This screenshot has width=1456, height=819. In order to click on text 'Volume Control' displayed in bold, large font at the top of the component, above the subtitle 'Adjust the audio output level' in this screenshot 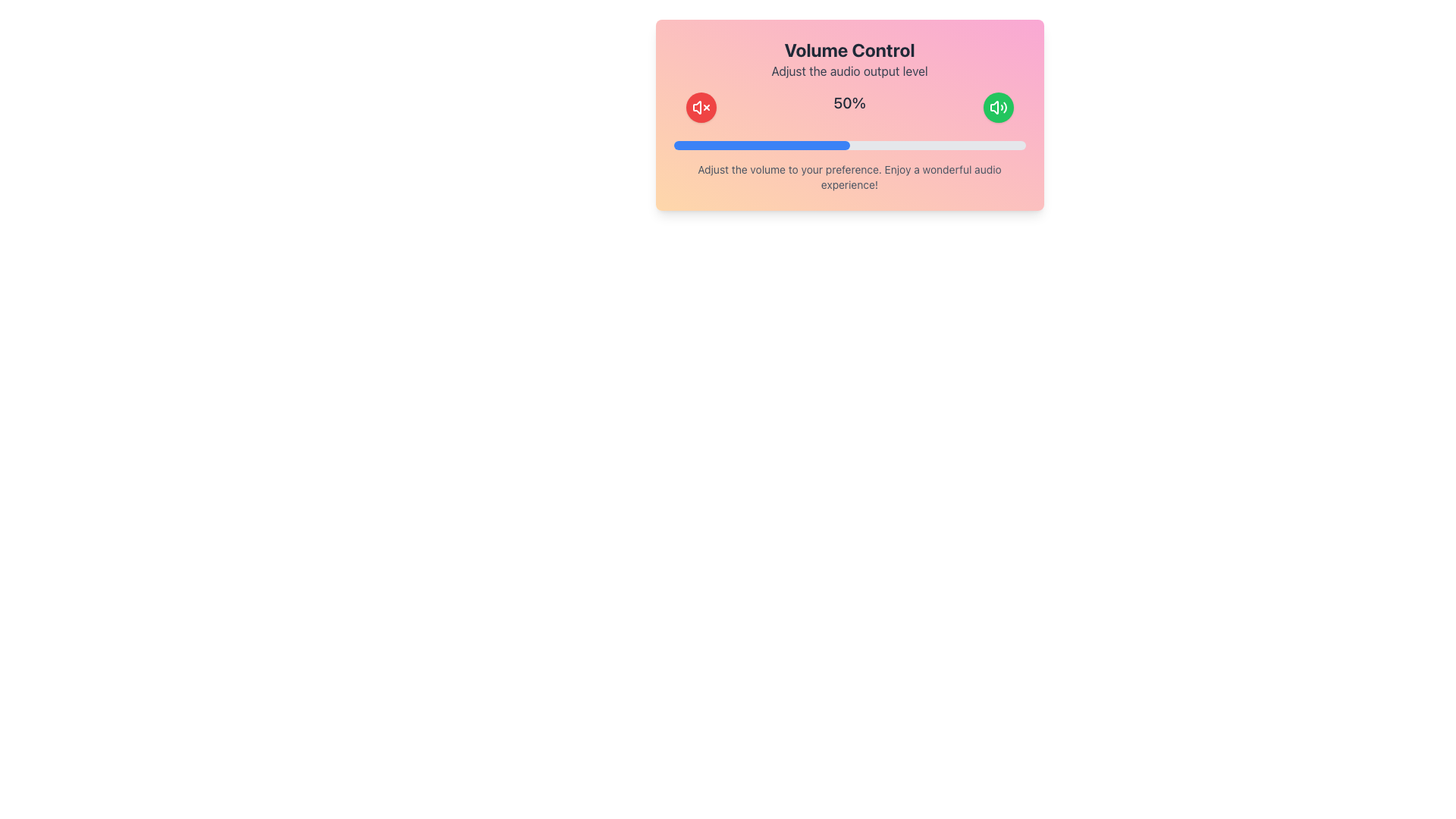, I will do `click(849, 49)`.